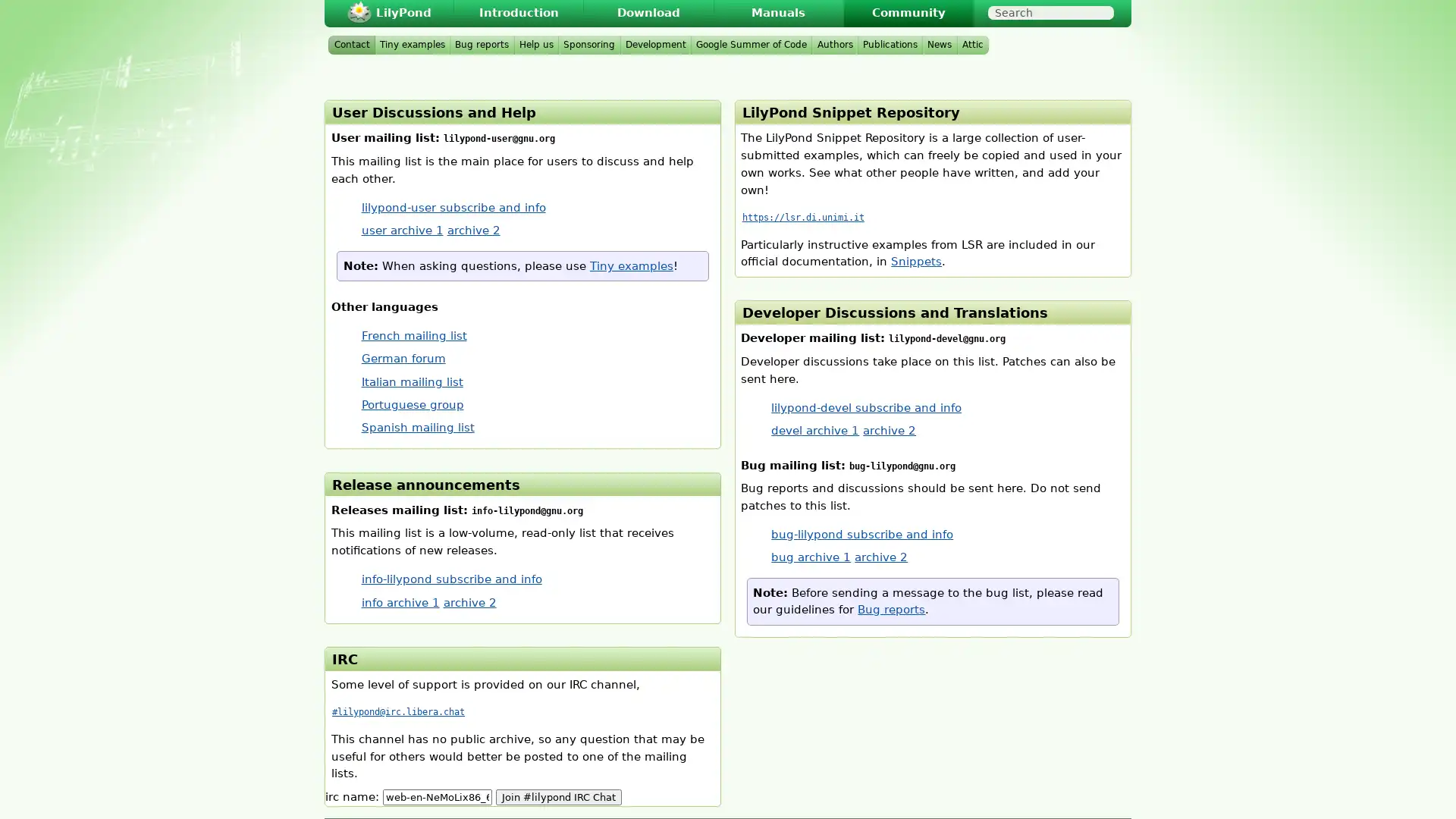 The image size is (1456, 819). Describe the element at coordinates (558, 795) in the screenshot. I see `Join #lilypond IRC Chat` at that location.